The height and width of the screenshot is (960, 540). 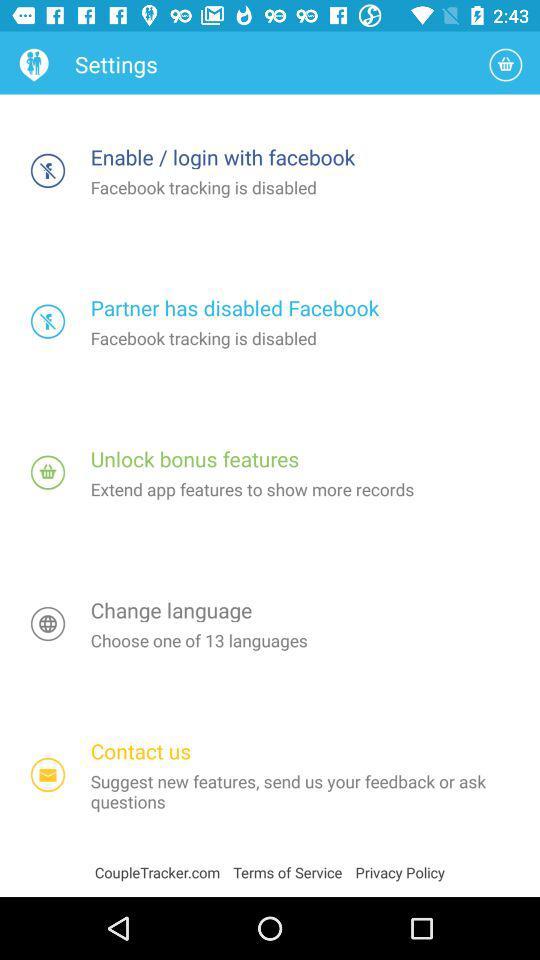 I want to click on contact us, so click(x=48, y=774).